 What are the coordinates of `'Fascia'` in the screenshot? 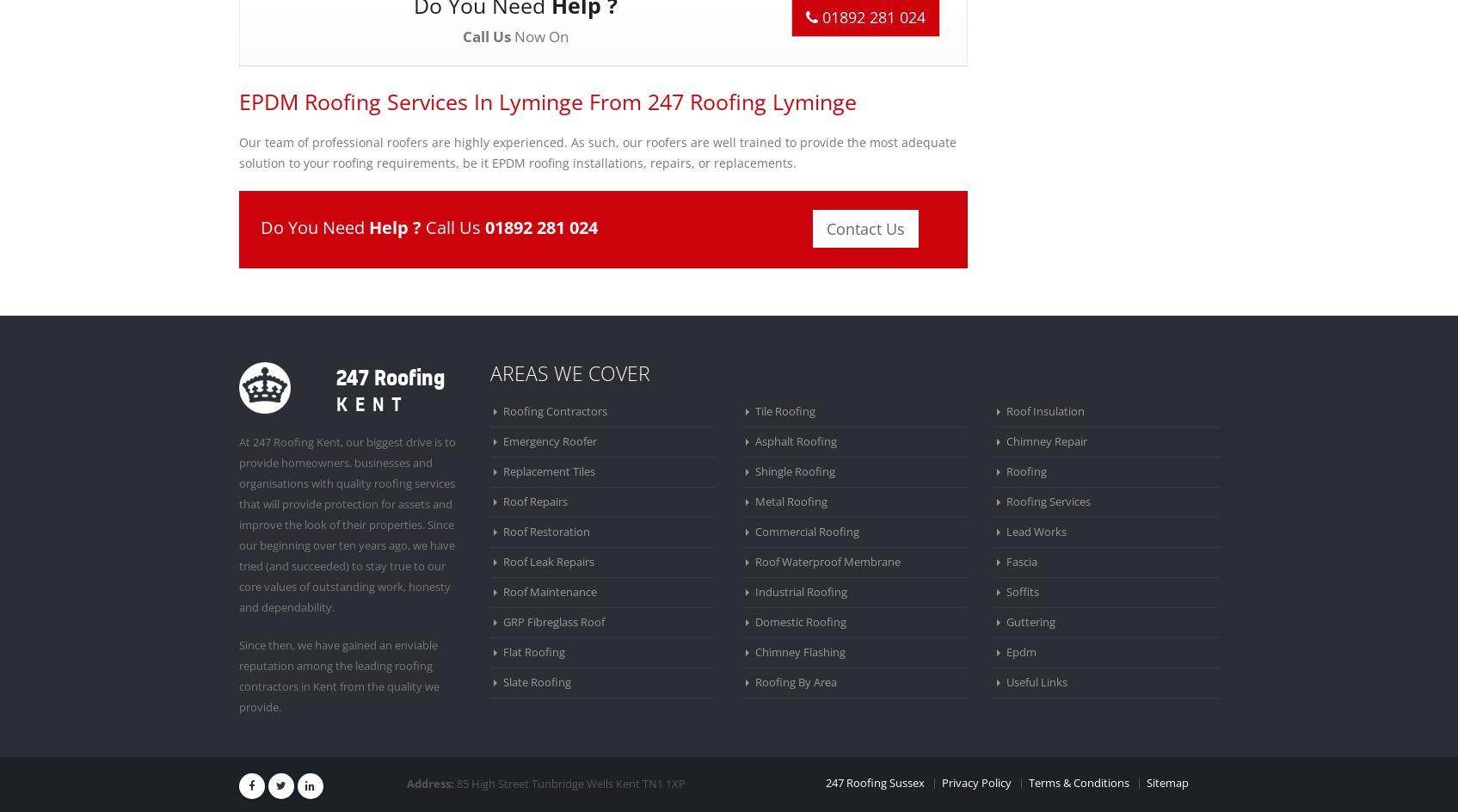 It's located at (1022, 560).